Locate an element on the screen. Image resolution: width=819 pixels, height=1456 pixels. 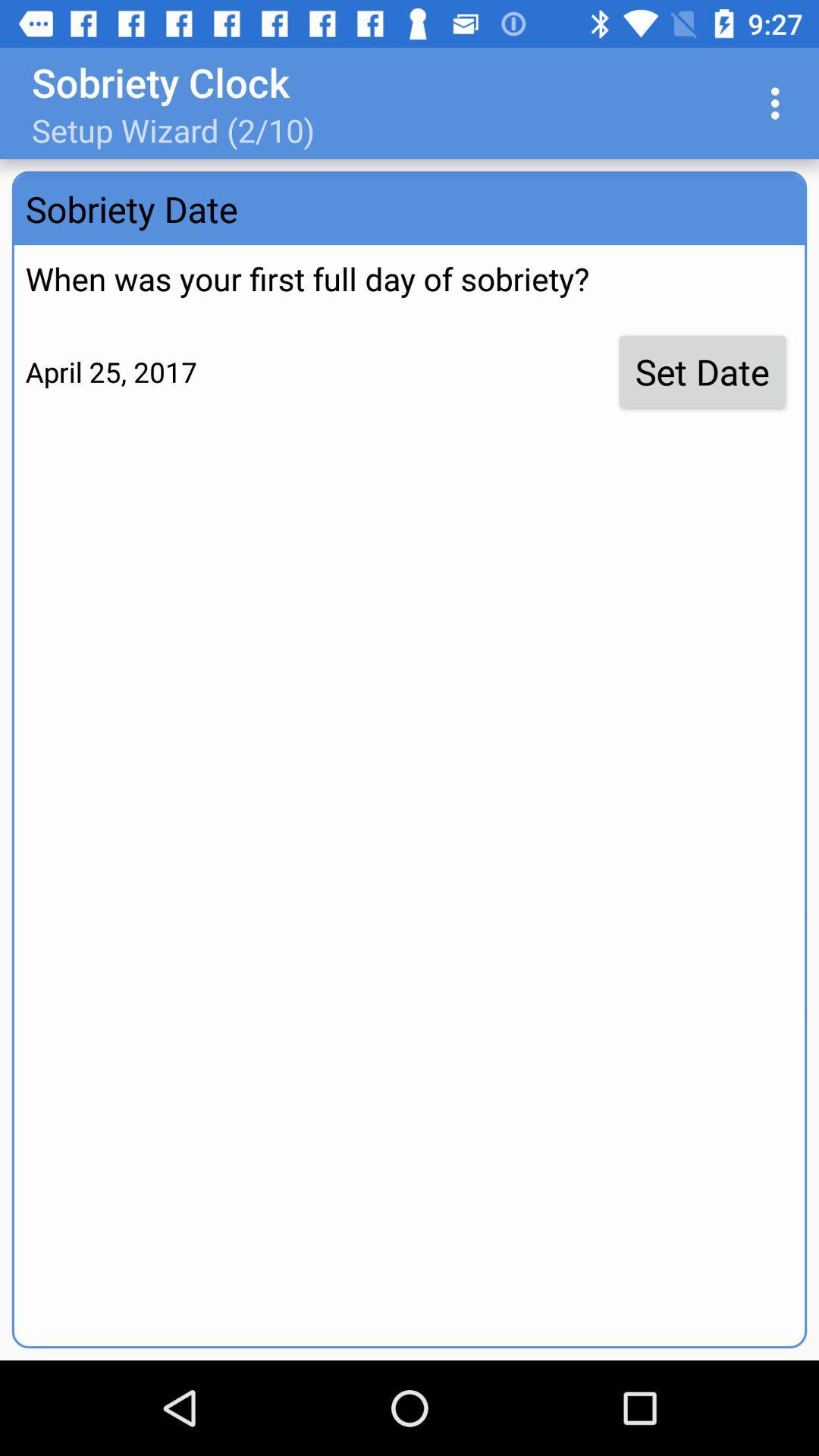
the icon next to april 25, 2017 is located at coordinates (702, 372).